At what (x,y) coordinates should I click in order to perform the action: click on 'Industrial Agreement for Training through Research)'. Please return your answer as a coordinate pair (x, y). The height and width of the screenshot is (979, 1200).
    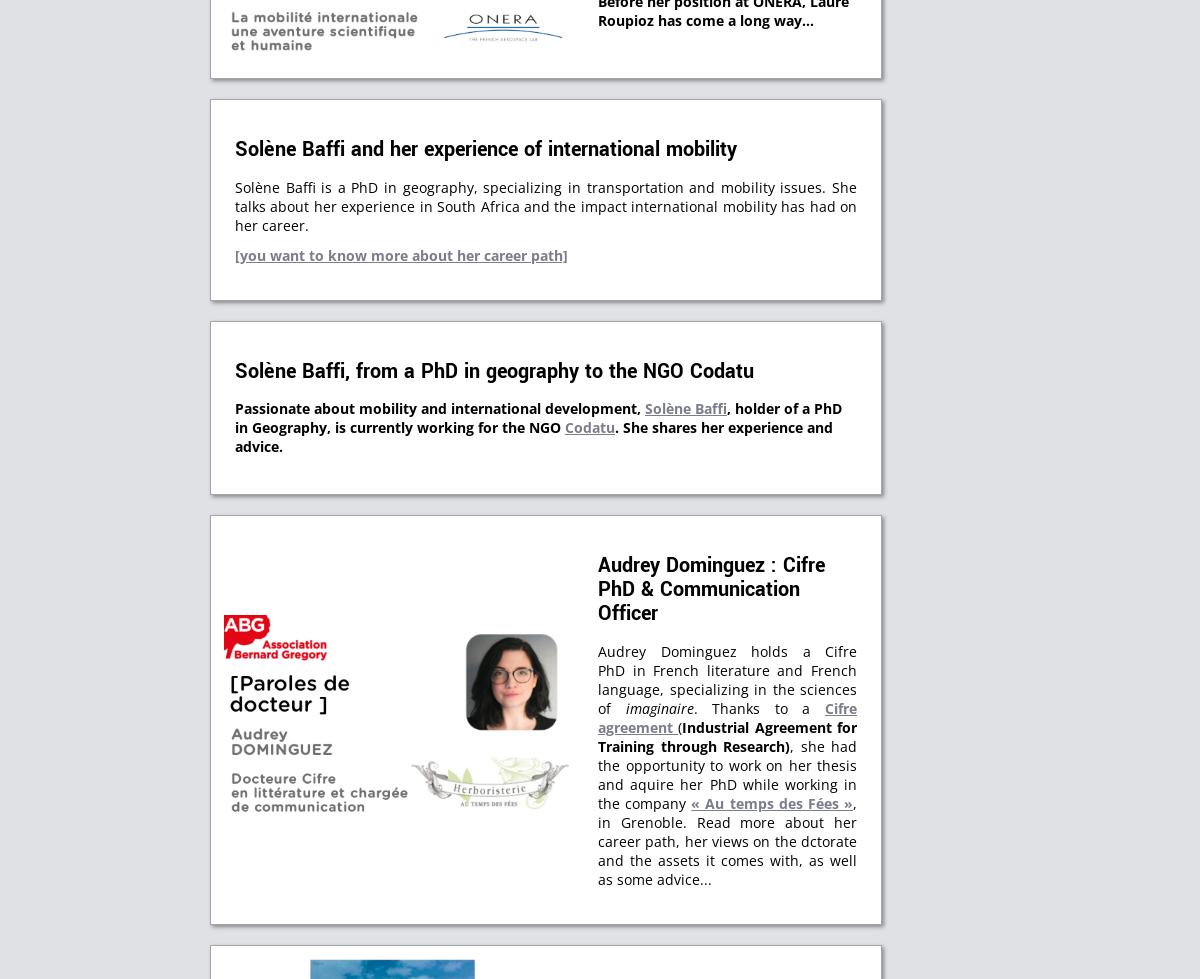
    Looking at the image, I should click on (727, 735).